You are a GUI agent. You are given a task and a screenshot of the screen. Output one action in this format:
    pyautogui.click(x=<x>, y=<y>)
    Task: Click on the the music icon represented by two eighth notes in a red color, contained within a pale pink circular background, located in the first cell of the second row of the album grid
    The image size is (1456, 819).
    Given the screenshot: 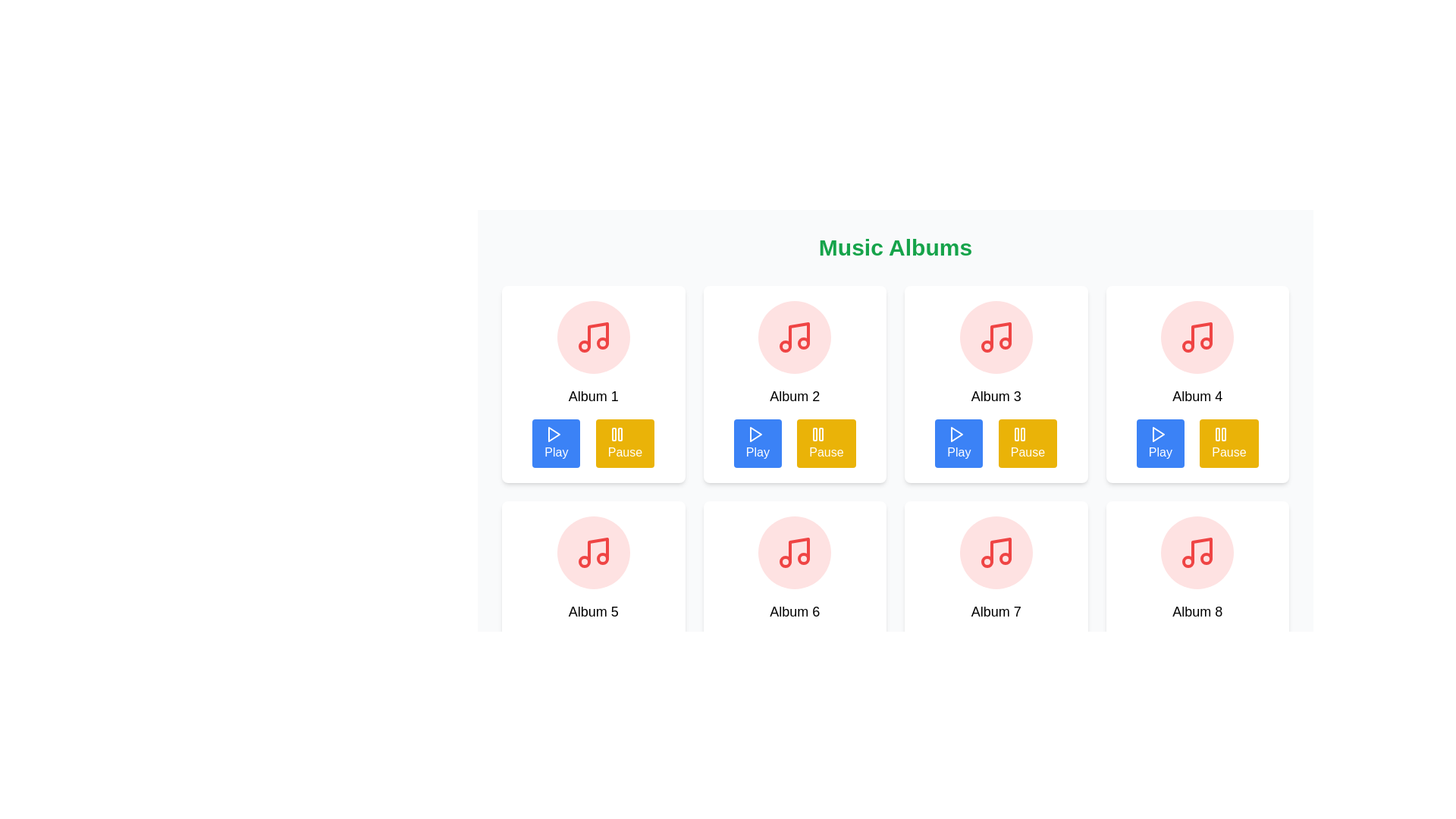 What is the action you would take?
    pyautogui.click(x=592, y=553)
    